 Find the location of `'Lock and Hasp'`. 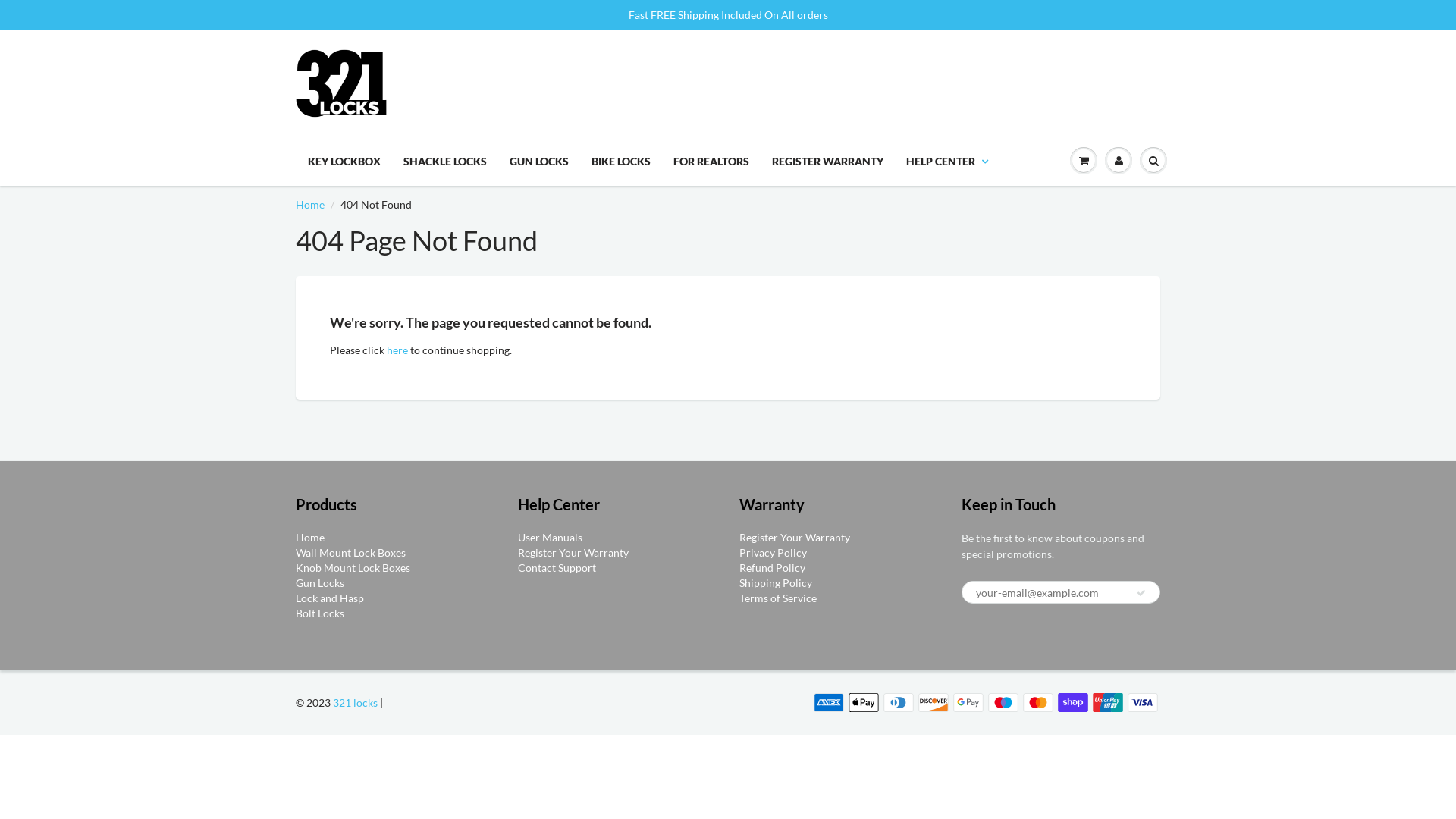

'Lock and Hasp' is located at coordinates (329, 597).